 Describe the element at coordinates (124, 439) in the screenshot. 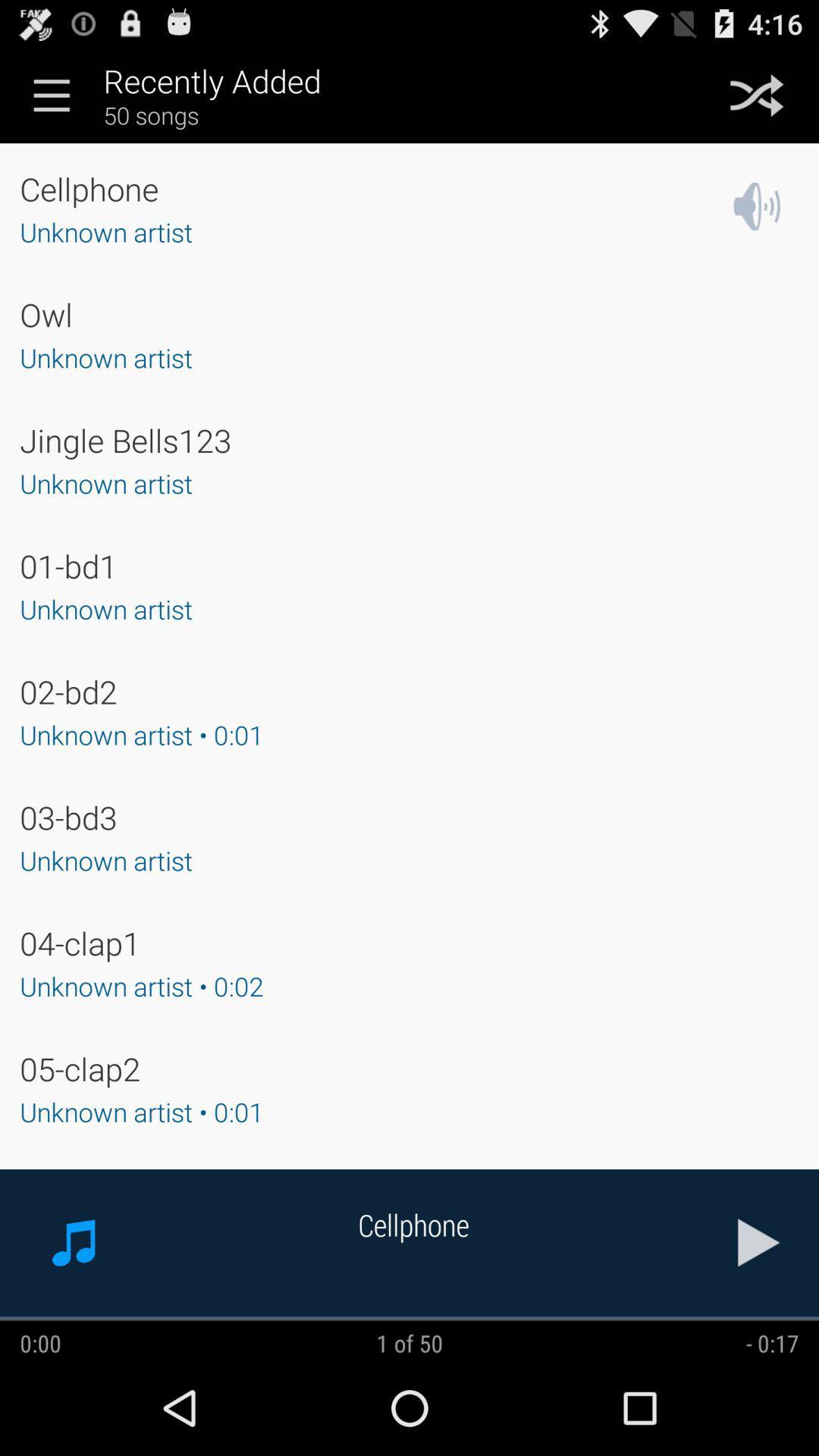

I see `the jingle bells123` at that location.